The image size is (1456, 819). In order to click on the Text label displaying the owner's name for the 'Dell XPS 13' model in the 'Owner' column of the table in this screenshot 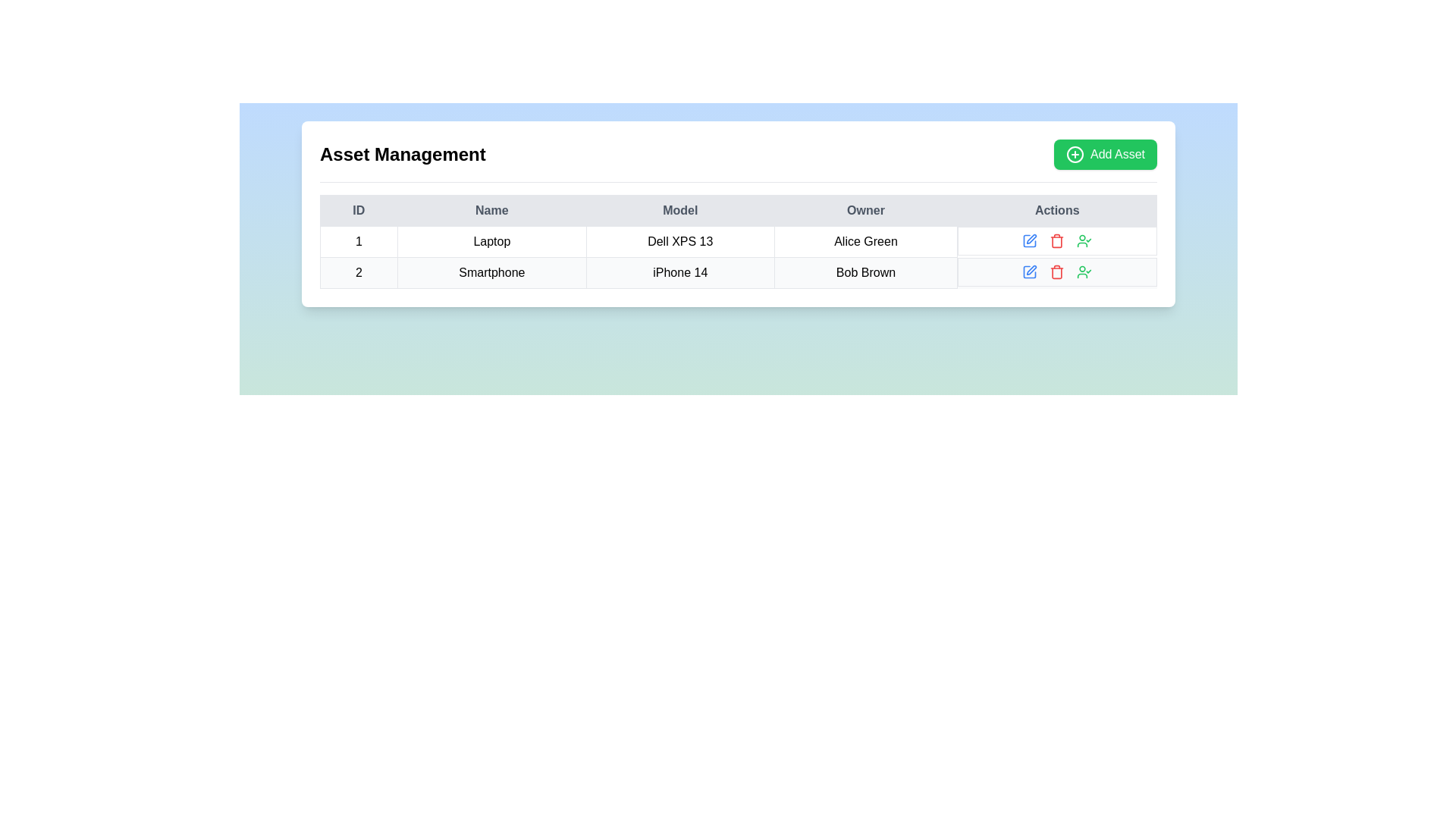, I will do `click(866, 241)`.